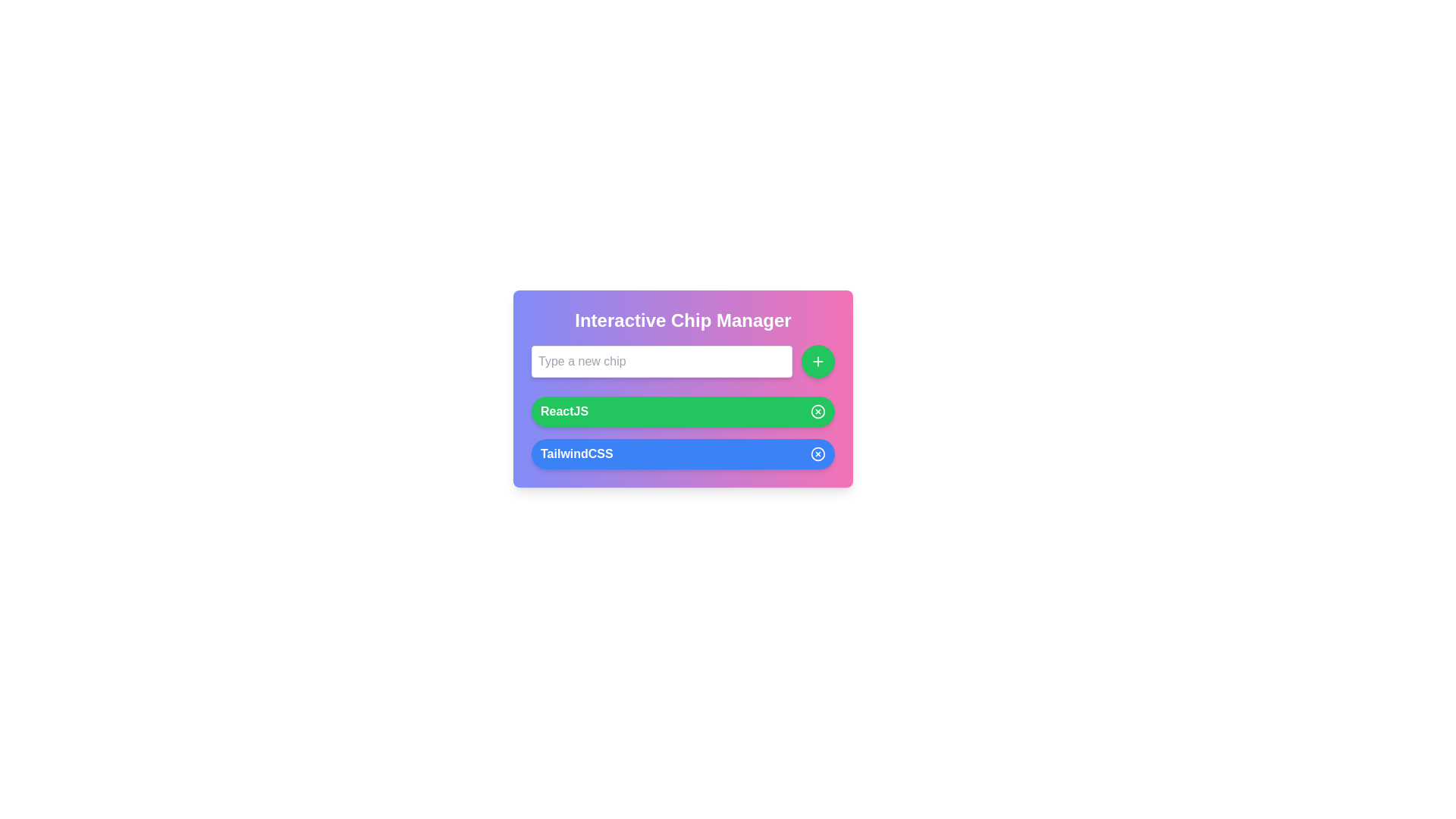 The image size is (1456, 819). What do you see at coordinates (817, 453) in the screenshot?
I see `the circular graphic element located in the bottom-right corner of the 'TailwindCSS' chip, which is a thinly outlined circle within an SVG` at bounding box center [817, 453].